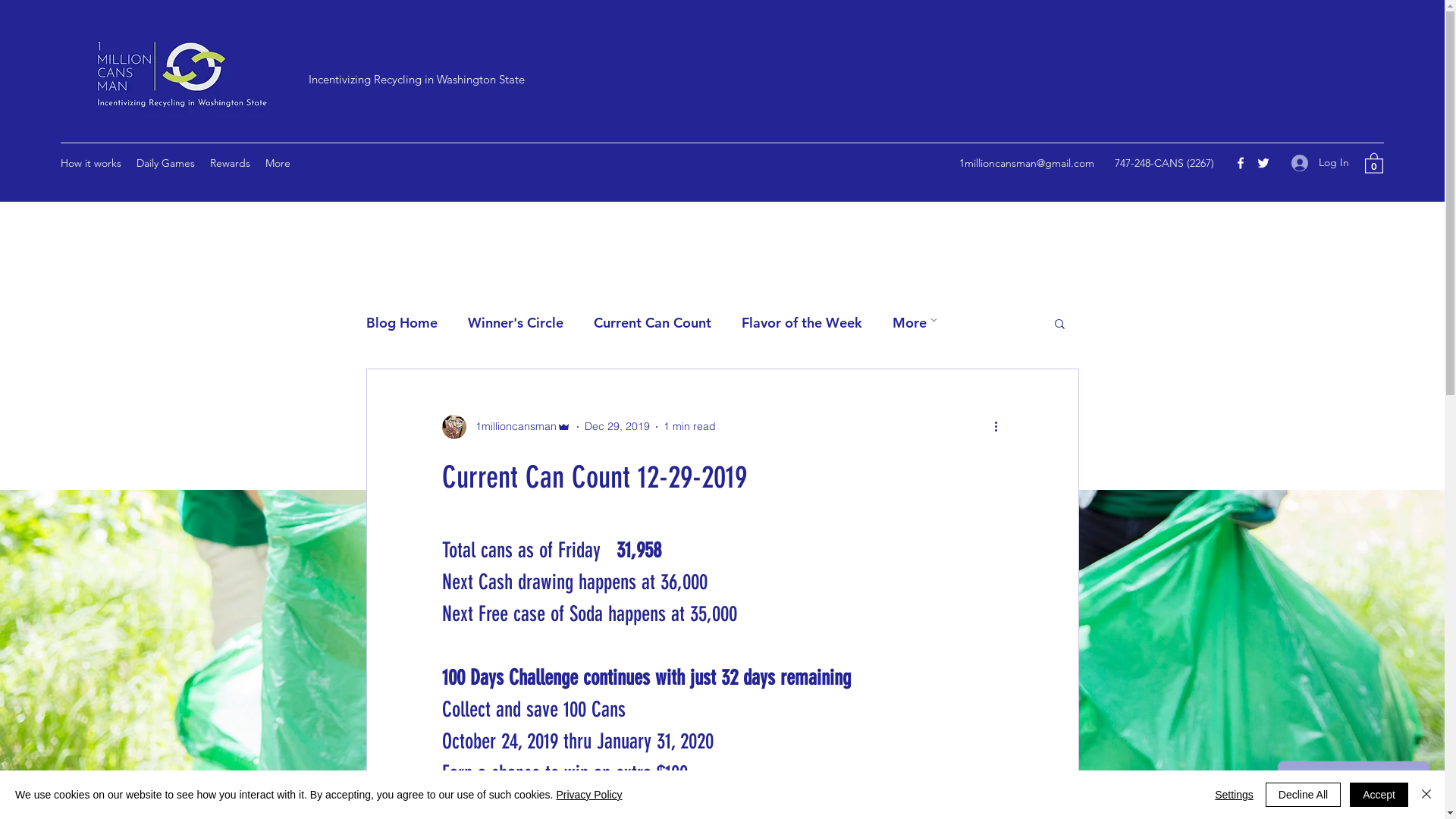  I want to click on 'Privacy Policy', so click(588, 794).